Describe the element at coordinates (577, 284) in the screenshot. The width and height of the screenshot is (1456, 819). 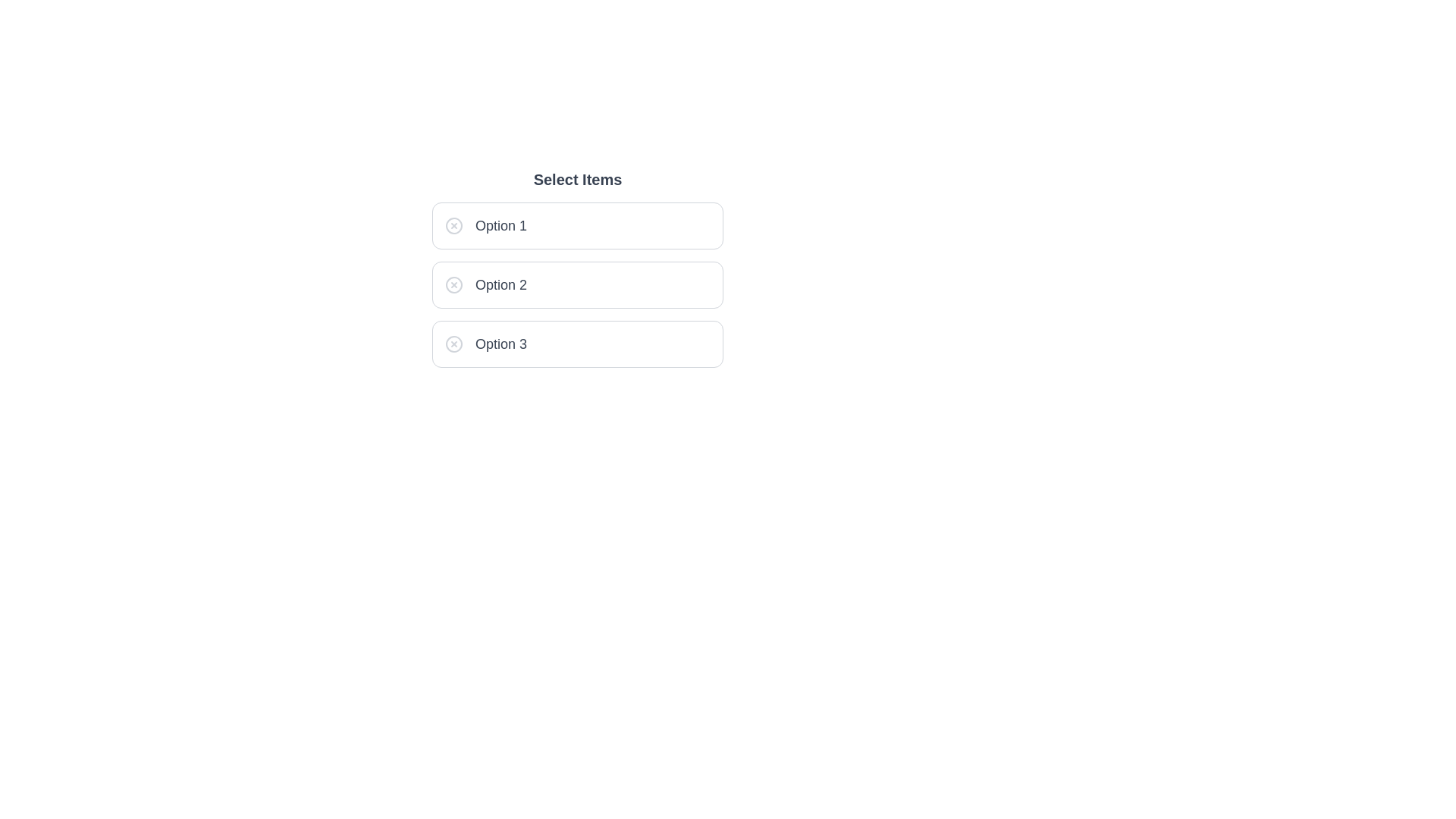
I see `the 'Option 2' button, which is a rectangular button with a white background and rounded corners, located below the title 'Select Items'` at that location.